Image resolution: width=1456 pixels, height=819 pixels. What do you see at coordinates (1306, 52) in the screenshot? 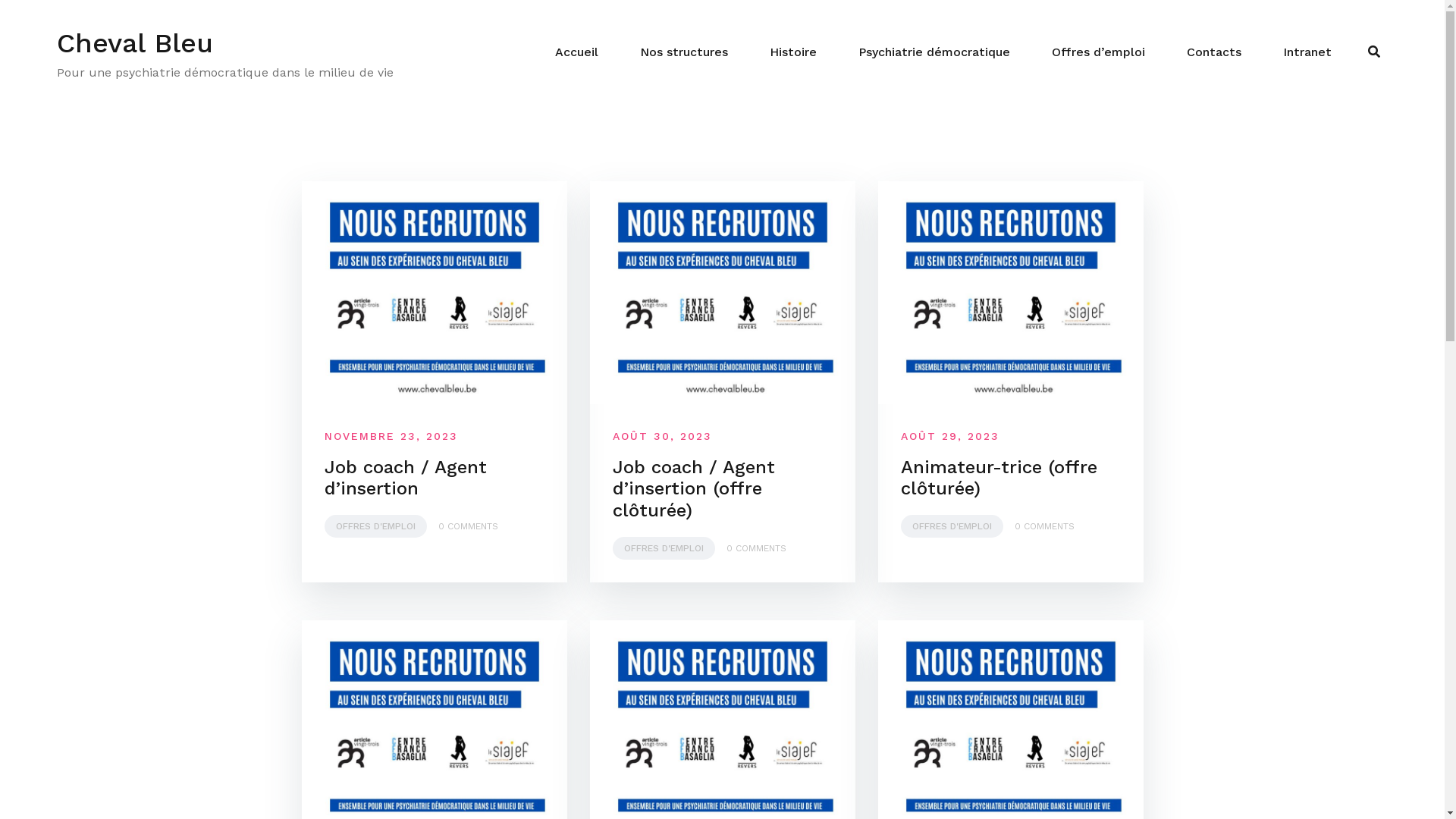
I see `'Intranet'` at bounding box center [1306, 52].